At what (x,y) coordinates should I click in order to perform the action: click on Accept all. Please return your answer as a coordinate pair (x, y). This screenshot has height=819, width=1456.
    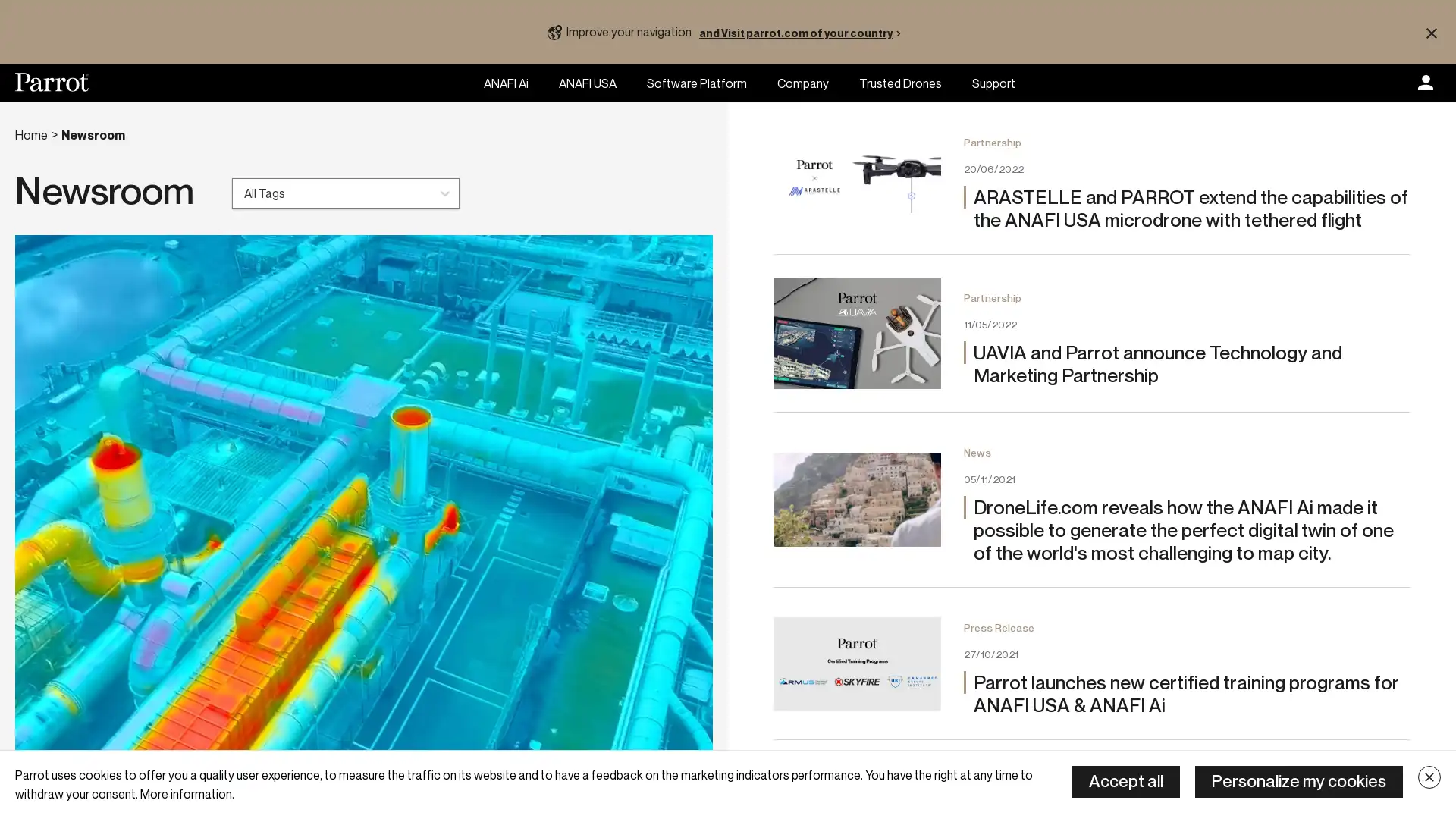
    Looking at the image, I should click on (1125, 781).